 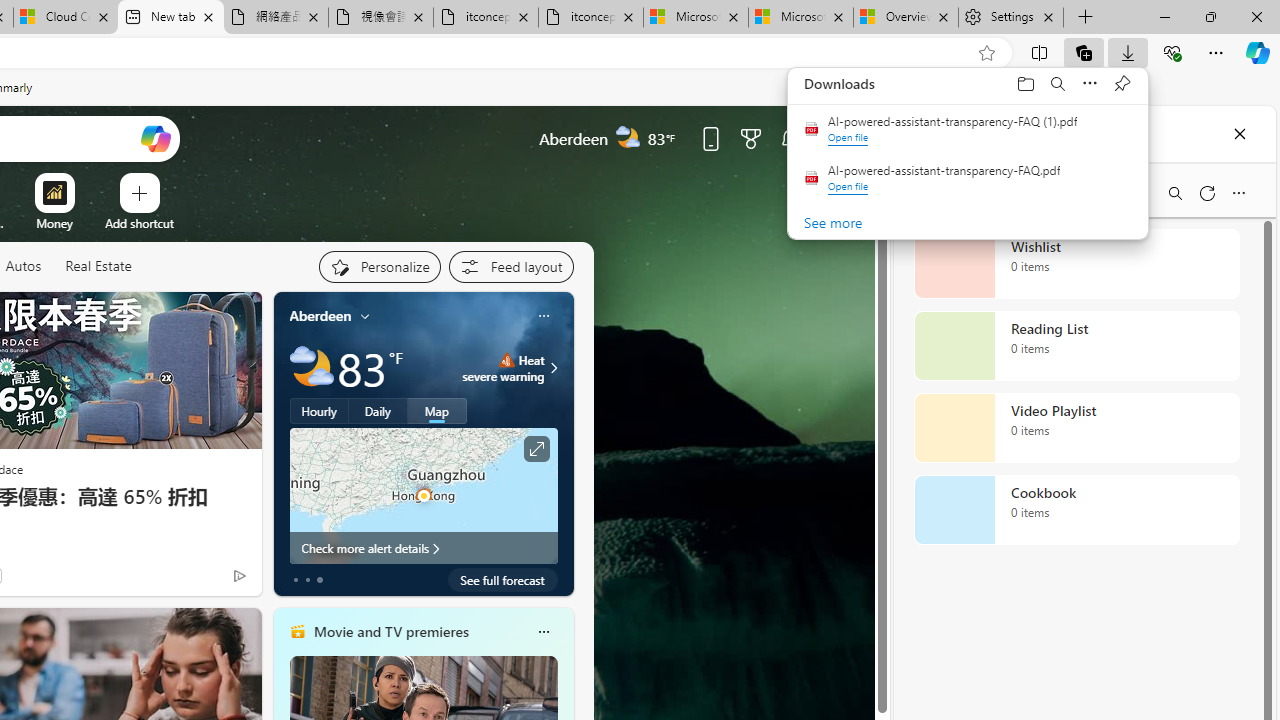 I want to click on 'Search downloads', so click(x=1057, y=82).